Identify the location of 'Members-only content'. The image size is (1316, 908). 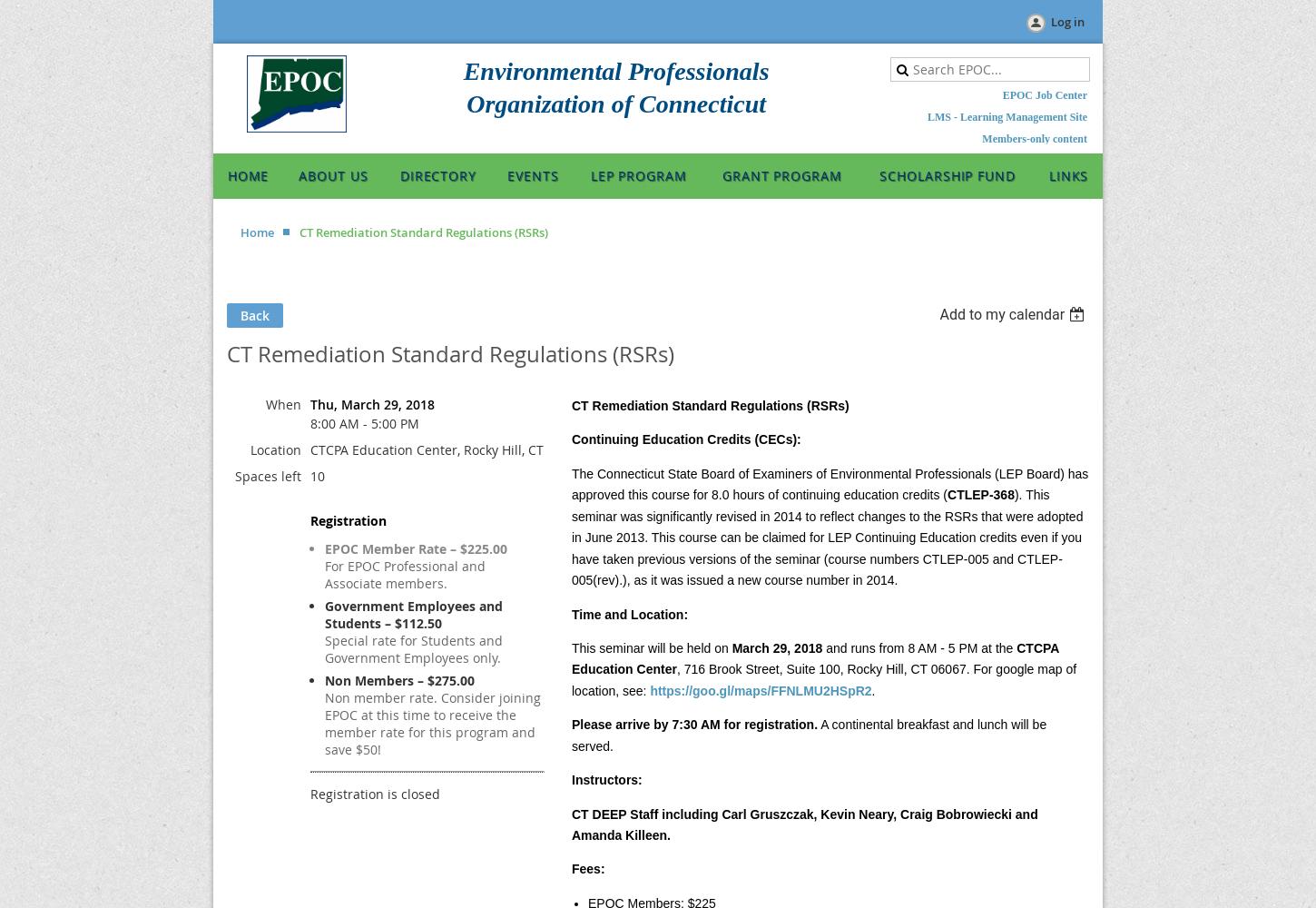
(1033, 139).